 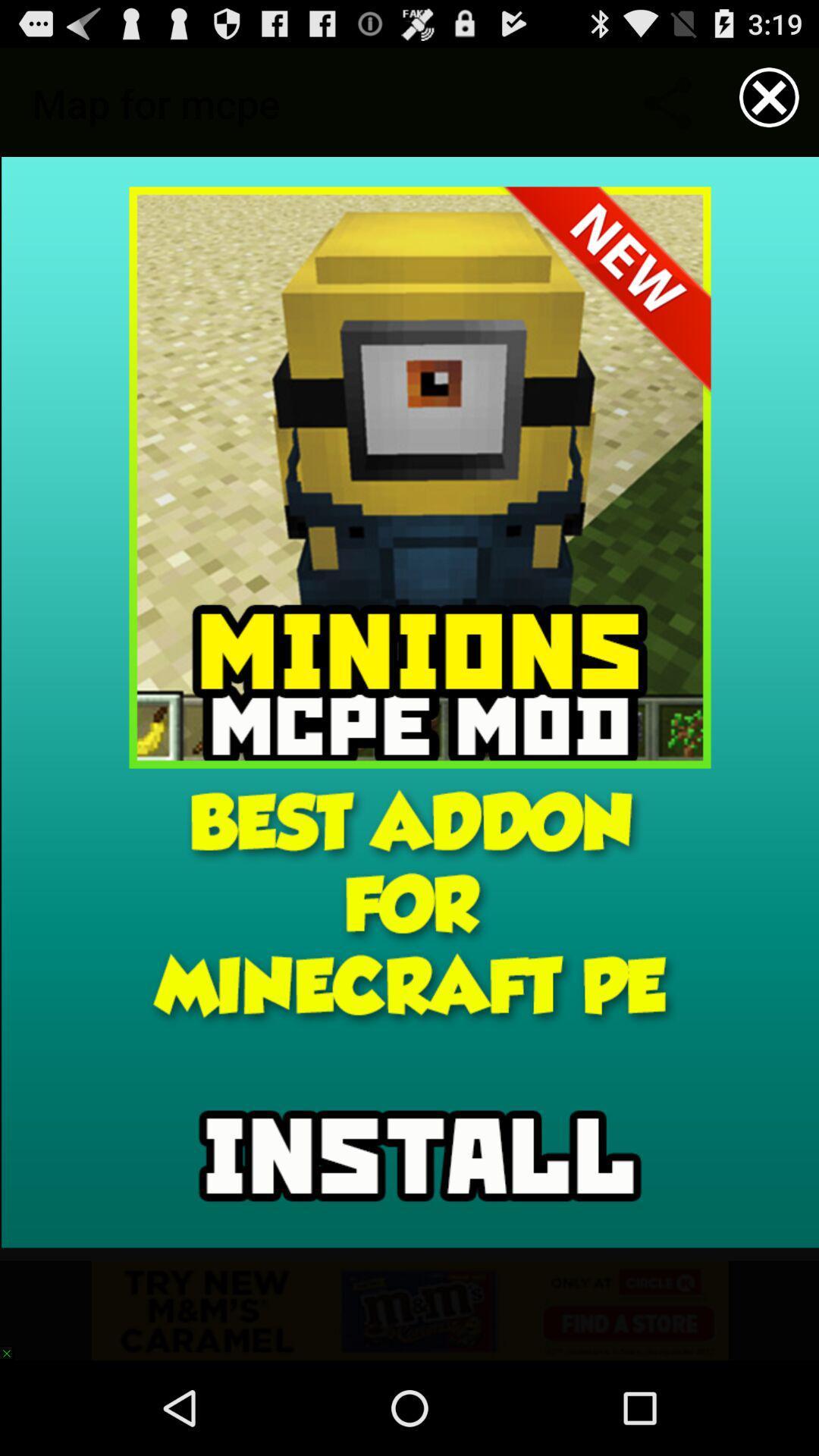 I want to click on the close icon, so click(x=769, y=103).